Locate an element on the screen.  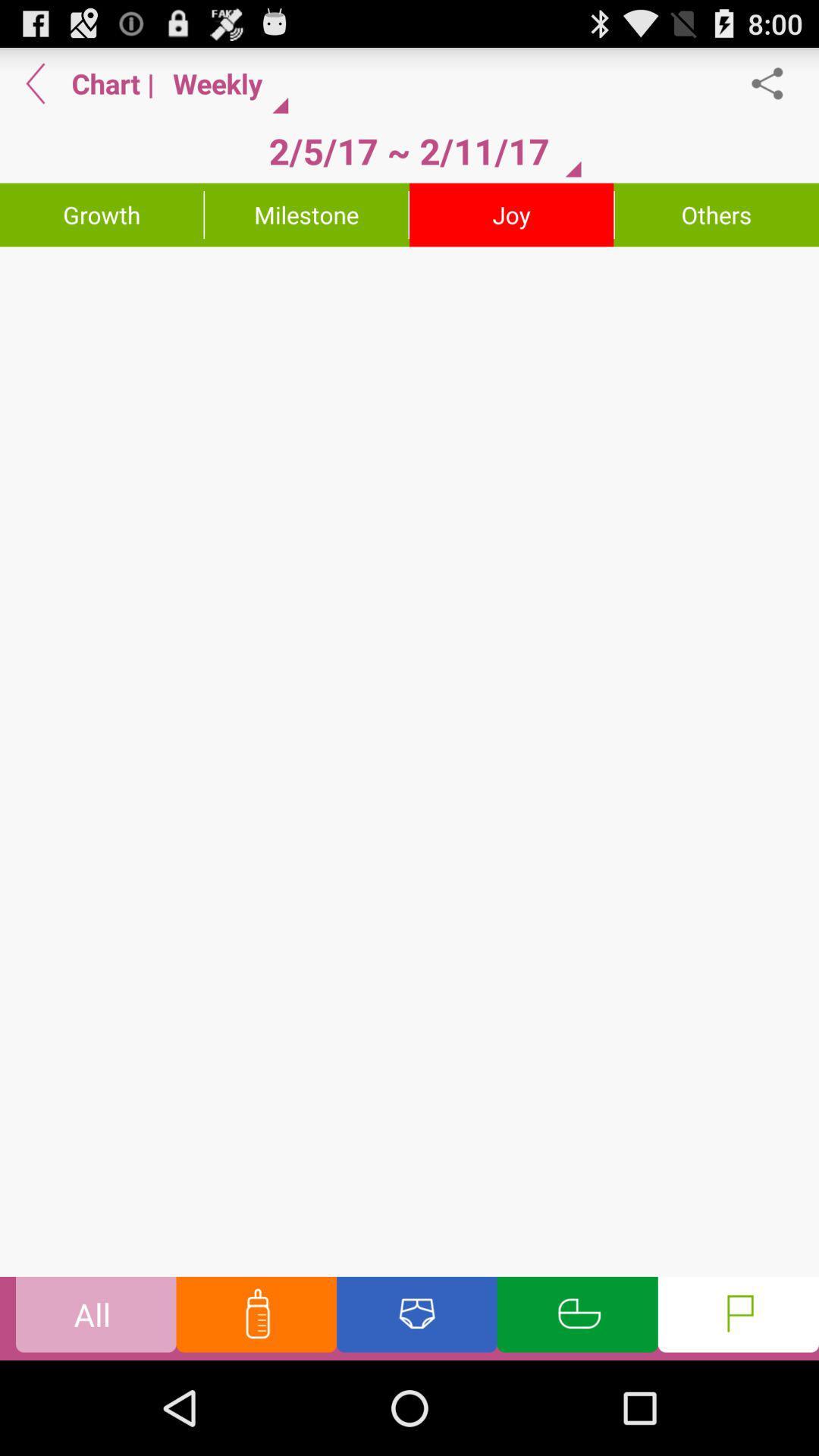
back is located at coordinates (35, 83).